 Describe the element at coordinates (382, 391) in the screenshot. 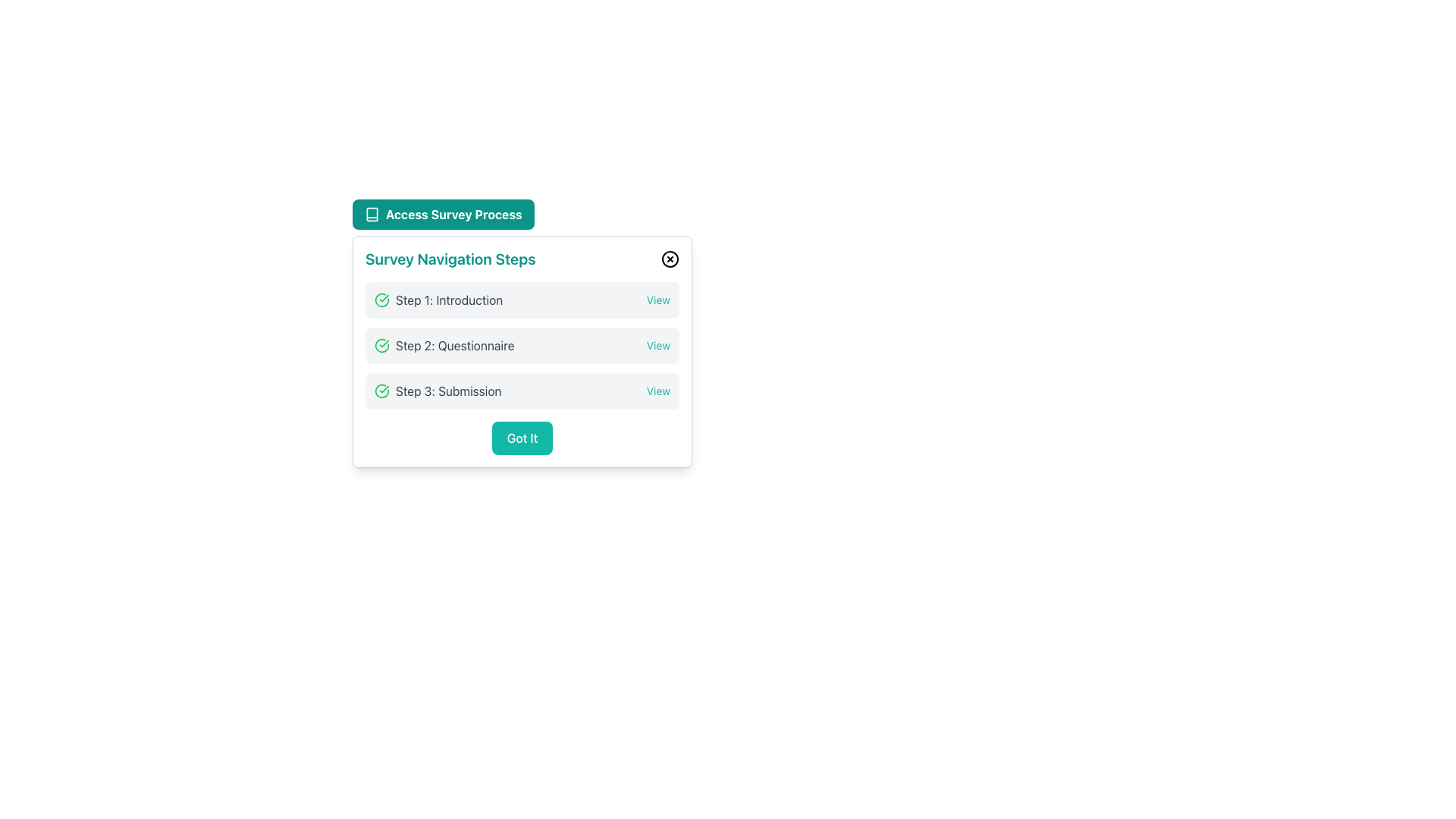

I see `the status of the 'Submission' step in the survey navigation by interacting with its completion icon located next to 'Step 3: Submission'` at that location.